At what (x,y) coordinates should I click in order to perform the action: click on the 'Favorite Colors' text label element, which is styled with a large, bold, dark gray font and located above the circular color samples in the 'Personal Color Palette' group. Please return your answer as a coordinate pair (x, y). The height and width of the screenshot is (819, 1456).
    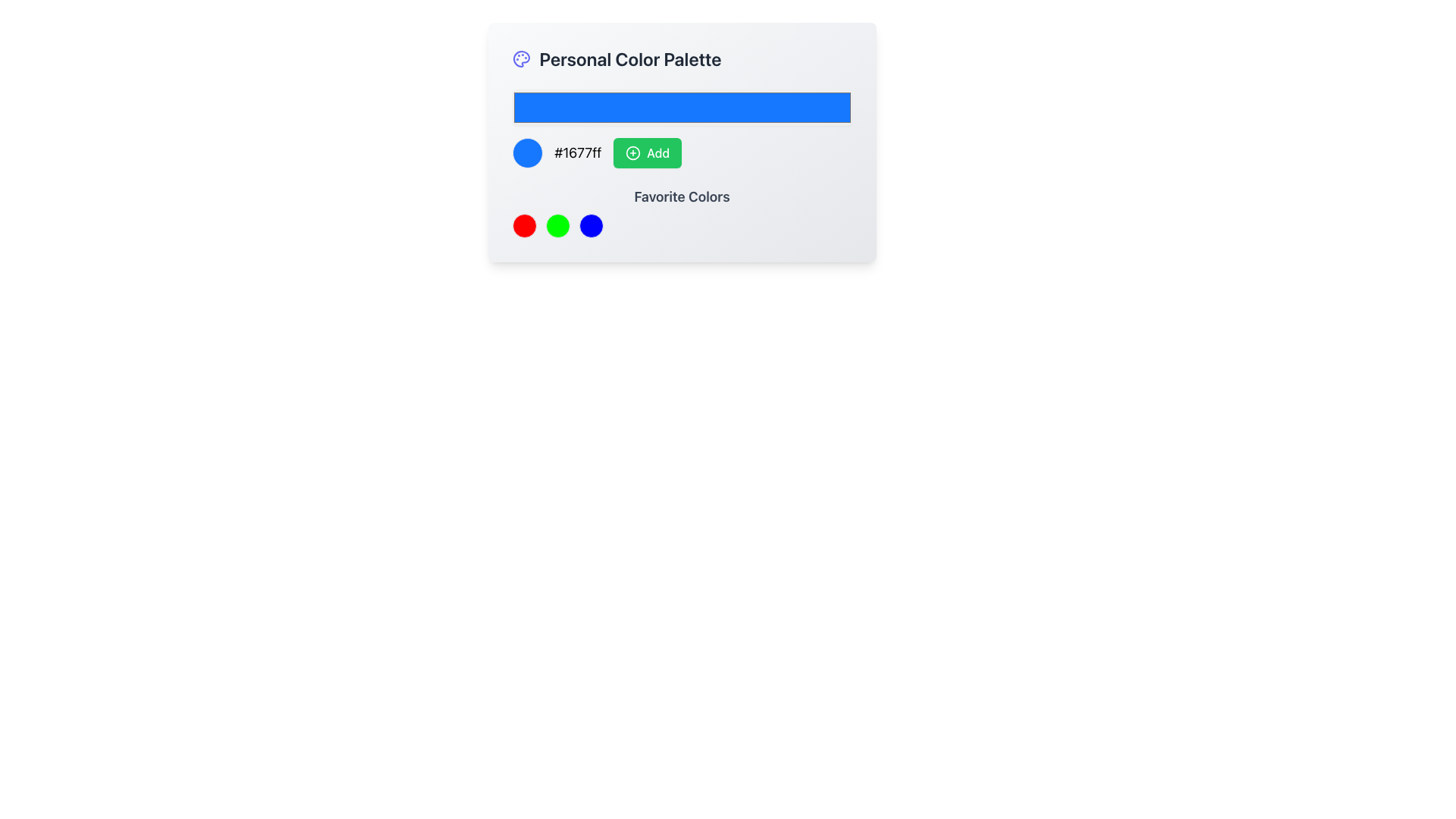
    Looking at the image, I should click on (681, 196).